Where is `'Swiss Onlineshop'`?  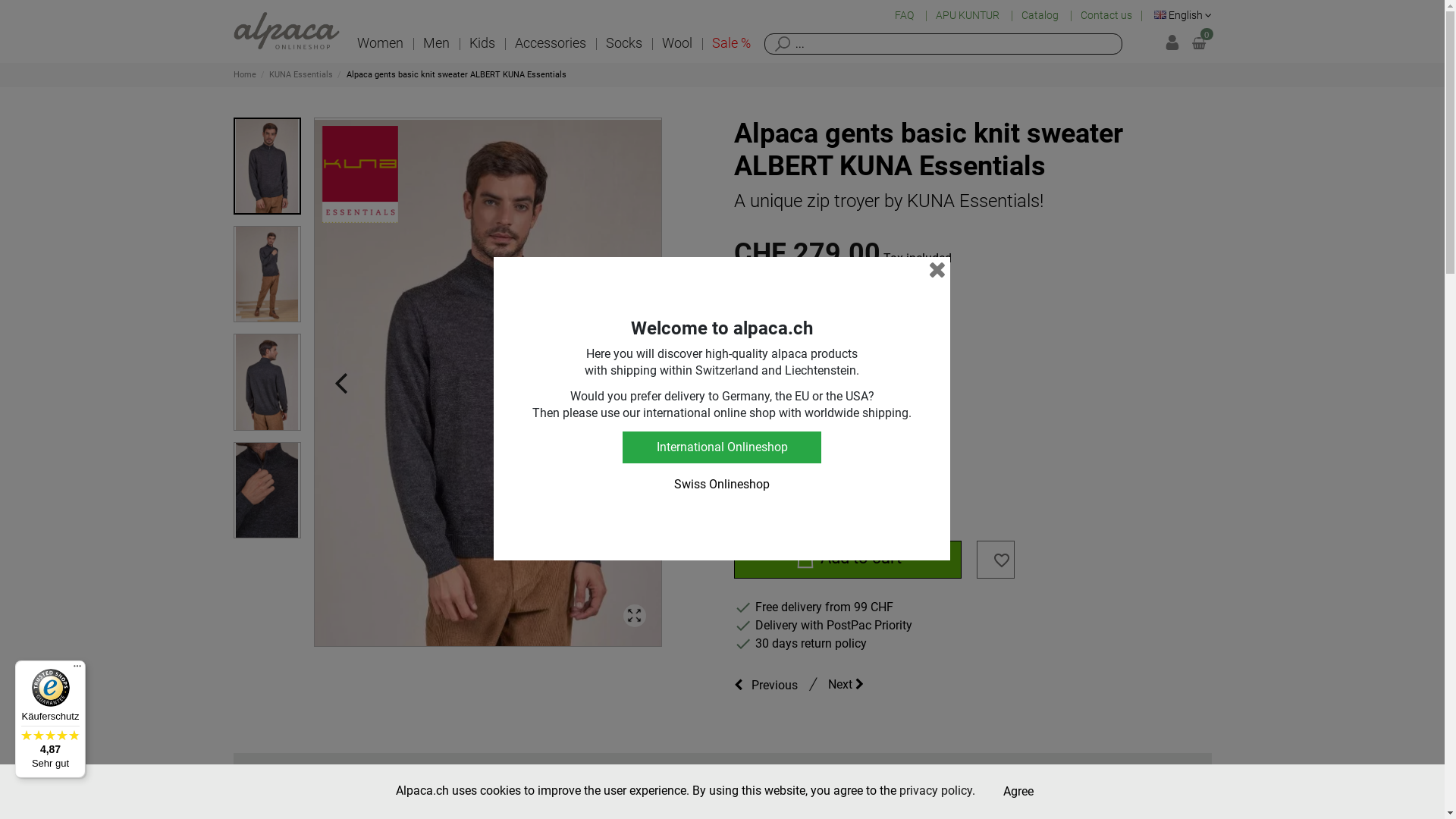
'Swiss Onlineshop' is located at coordinates (622, 485).